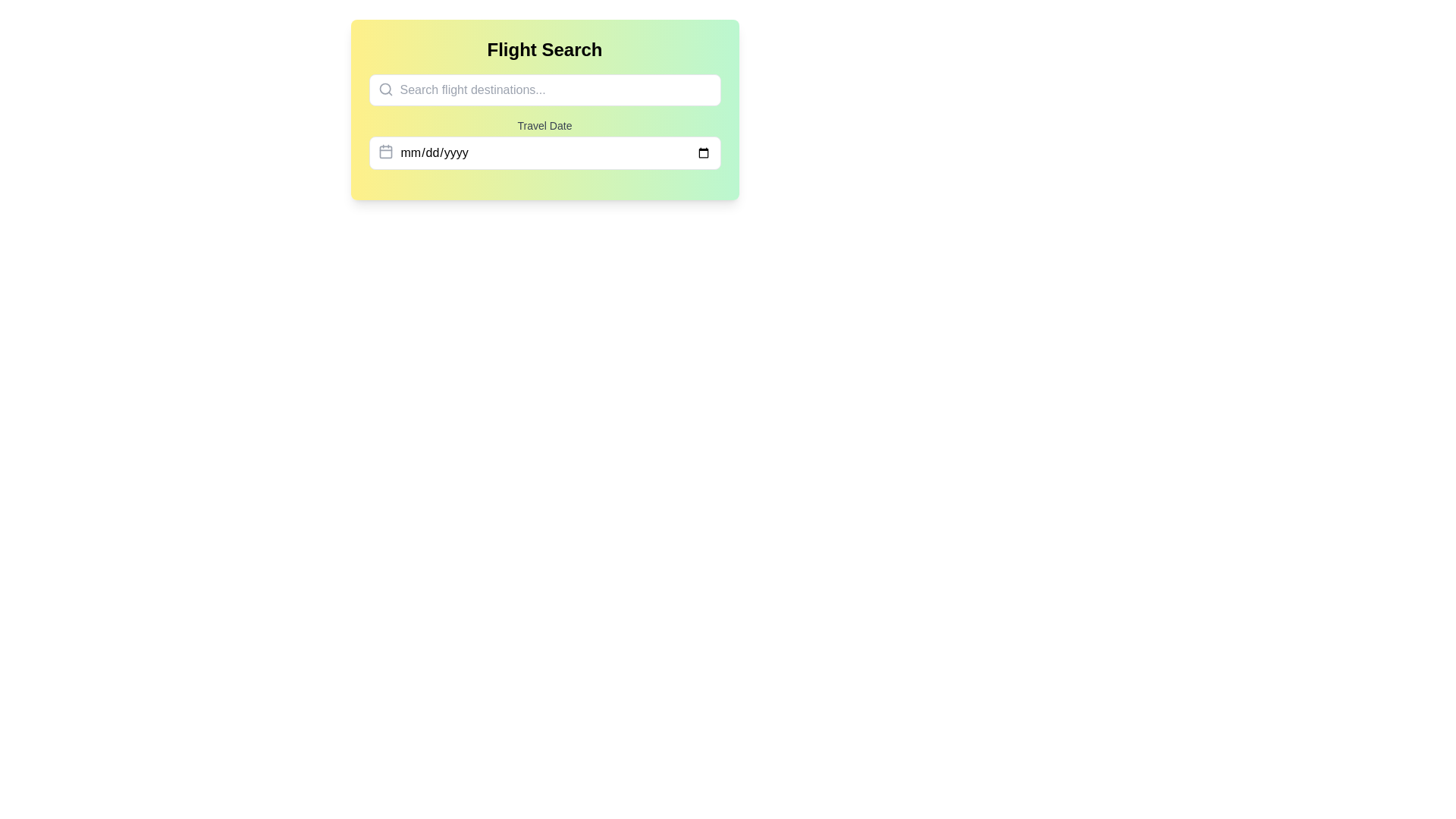 The width and height of the screenshot is (1456, 819). I want to click on the decorative calendar icon, which is a rectangular shape with rounded corners, located immediately to the left of the 'mm/dd/yyyy' text field in the second row of the form, so click(385, 152).